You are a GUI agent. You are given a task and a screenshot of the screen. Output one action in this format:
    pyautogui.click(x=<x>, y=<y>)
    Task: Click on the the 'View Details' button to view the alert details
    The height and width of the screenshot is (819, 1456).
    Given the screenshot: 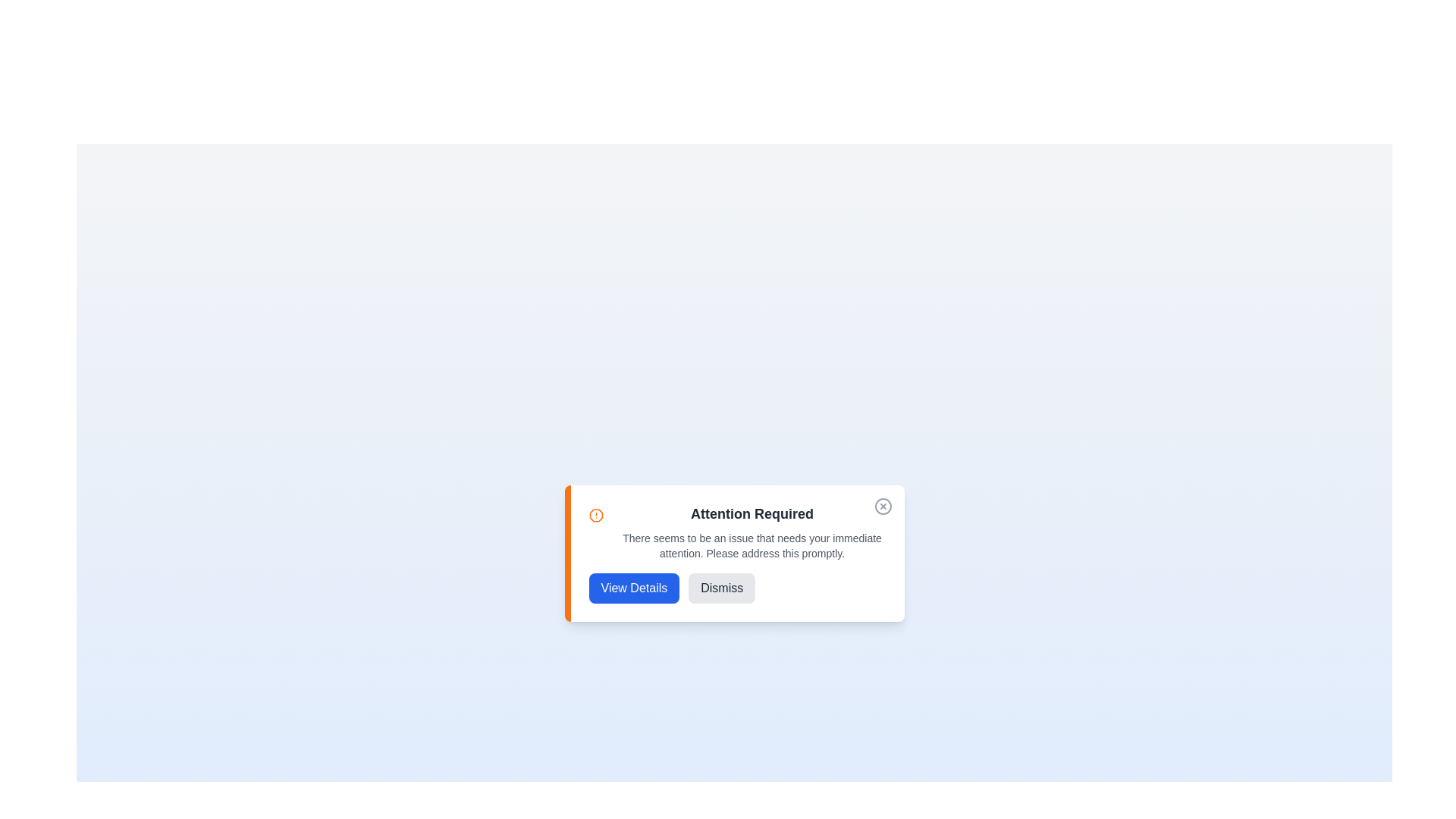 What is the action you would take?
    pyautogui.click(x=633, y=587)
    